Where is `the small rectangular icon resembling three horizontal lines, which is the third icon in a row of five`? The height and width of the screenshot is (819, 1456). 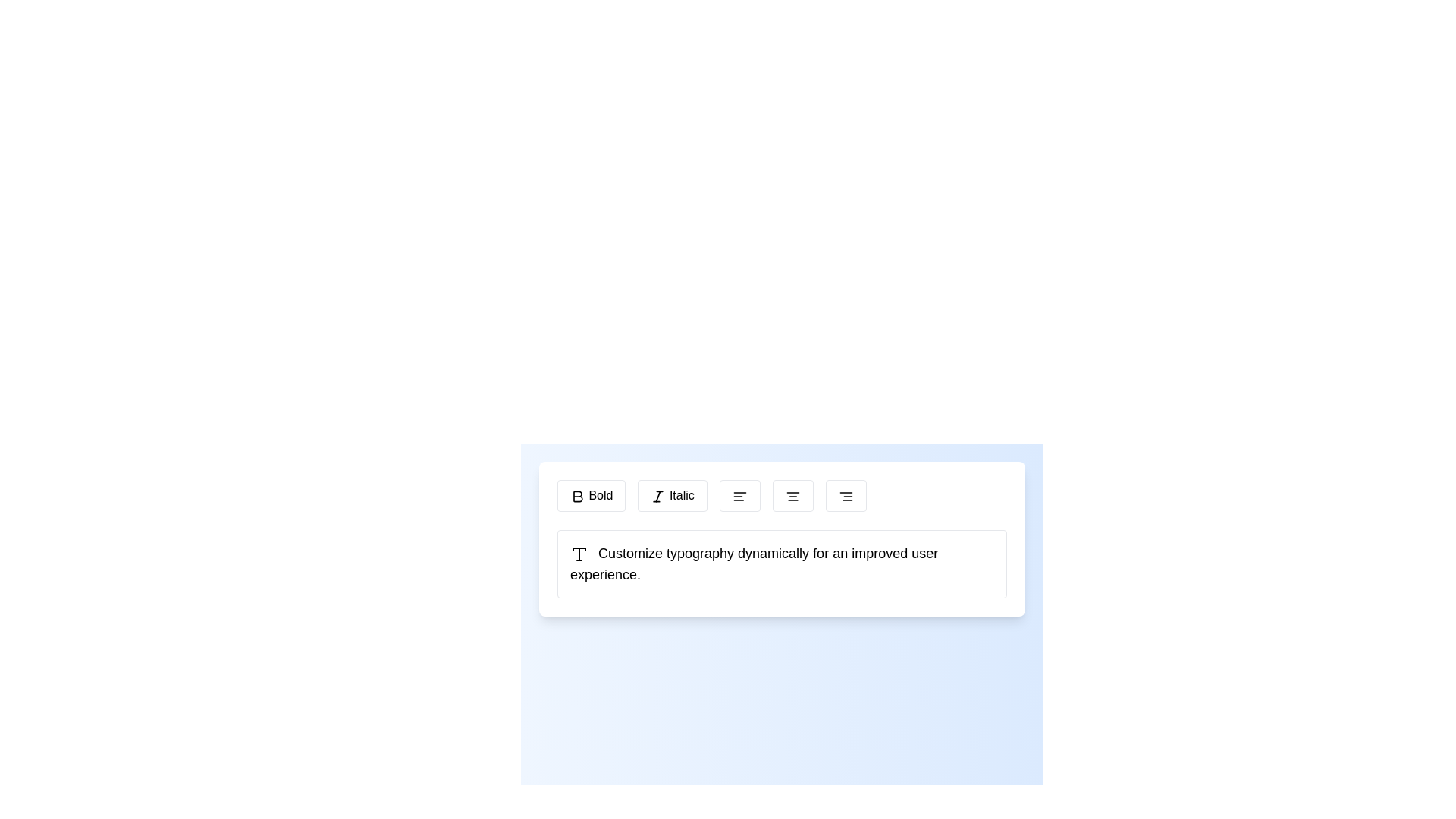 the small rectangular icon resembling three horizontal lines, which is the third icon in a row of five is located at coordinates (739, 496).